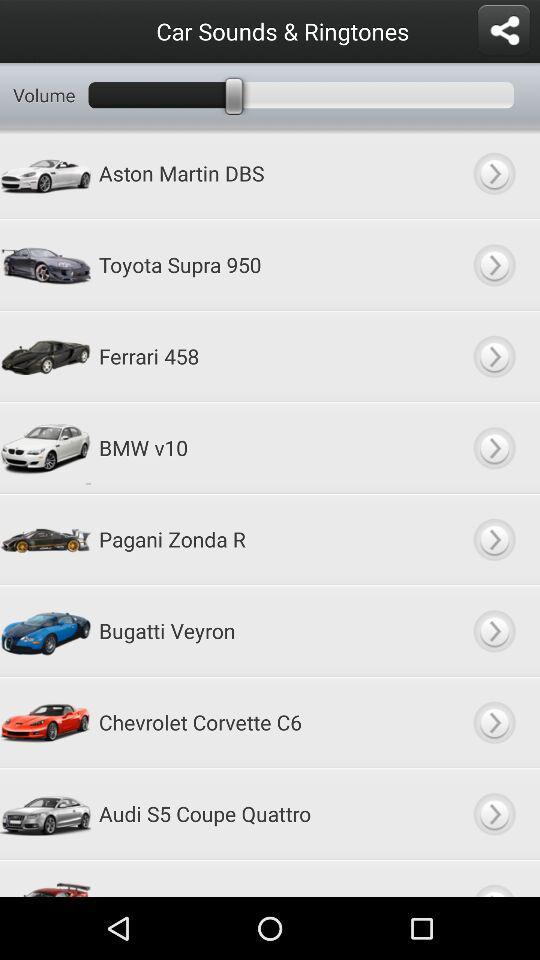 Image resolution: width=540 pixels, height=960 pixels. Describe the element at coordinates (493, 356) in the screenshot. I see `go next` at that location.